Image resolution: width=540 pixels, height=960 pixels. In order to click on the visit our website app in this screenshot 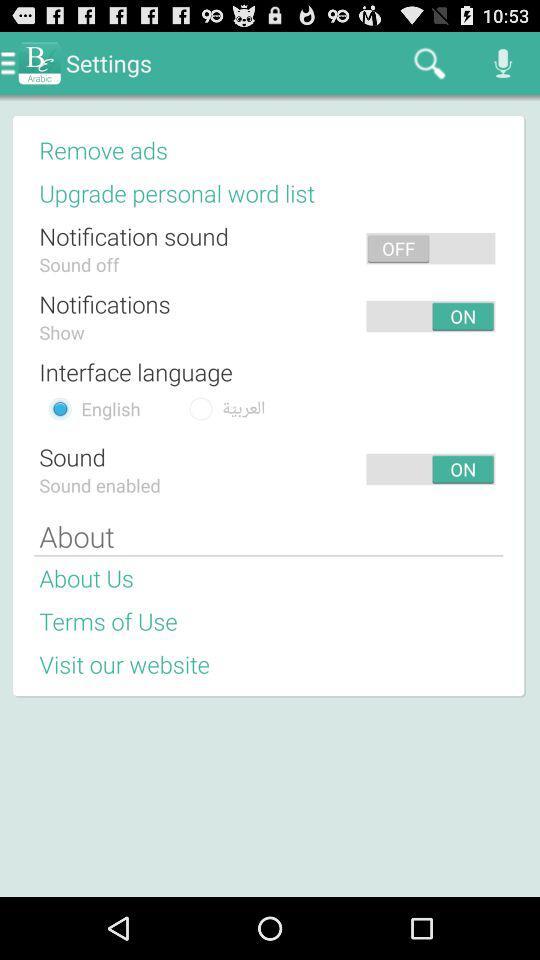, I will do `click(124, 664)`.